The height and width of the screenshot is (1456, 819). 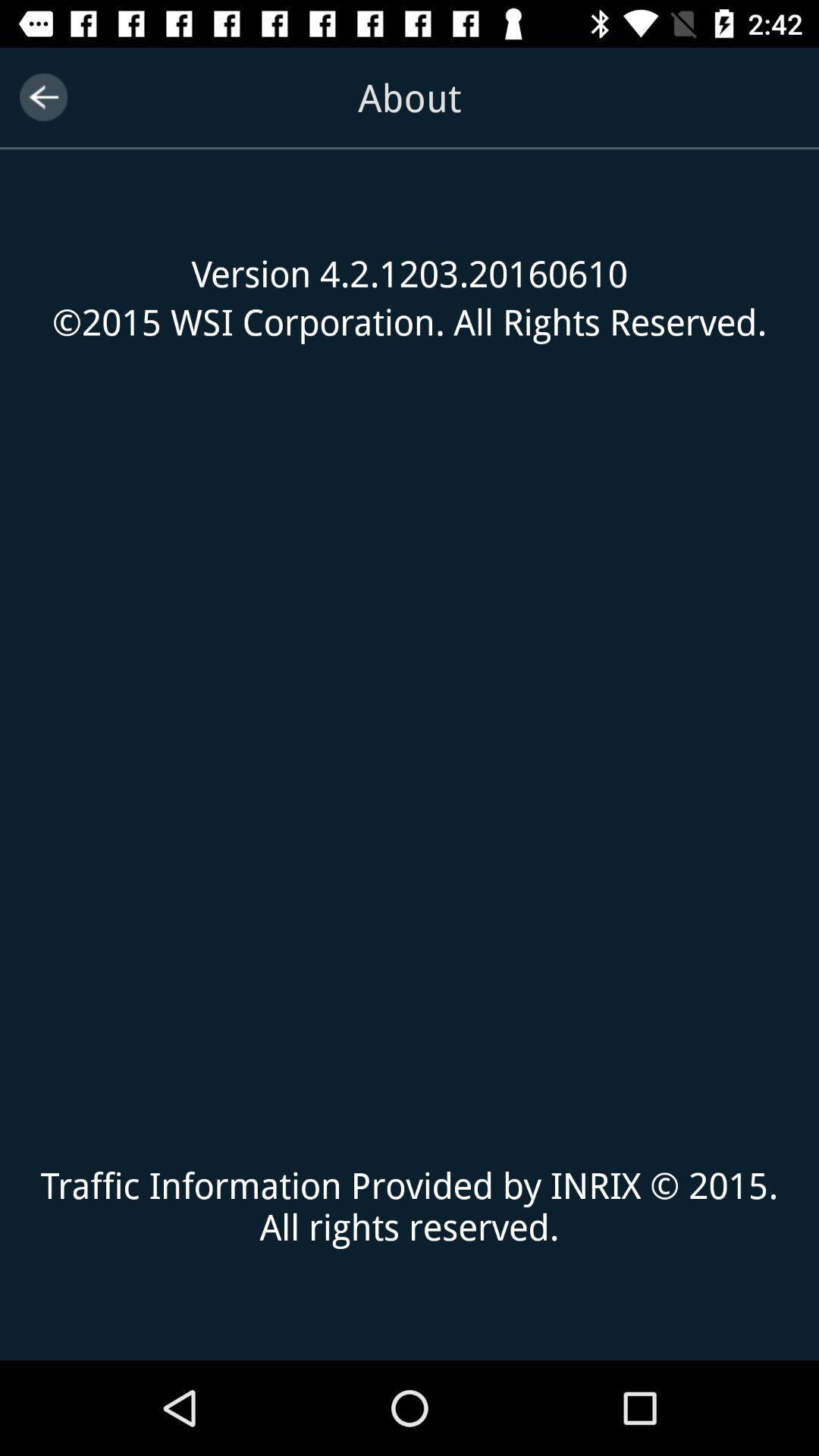 I want to click on the arrow_backward icon, so click(x=42, y=96).